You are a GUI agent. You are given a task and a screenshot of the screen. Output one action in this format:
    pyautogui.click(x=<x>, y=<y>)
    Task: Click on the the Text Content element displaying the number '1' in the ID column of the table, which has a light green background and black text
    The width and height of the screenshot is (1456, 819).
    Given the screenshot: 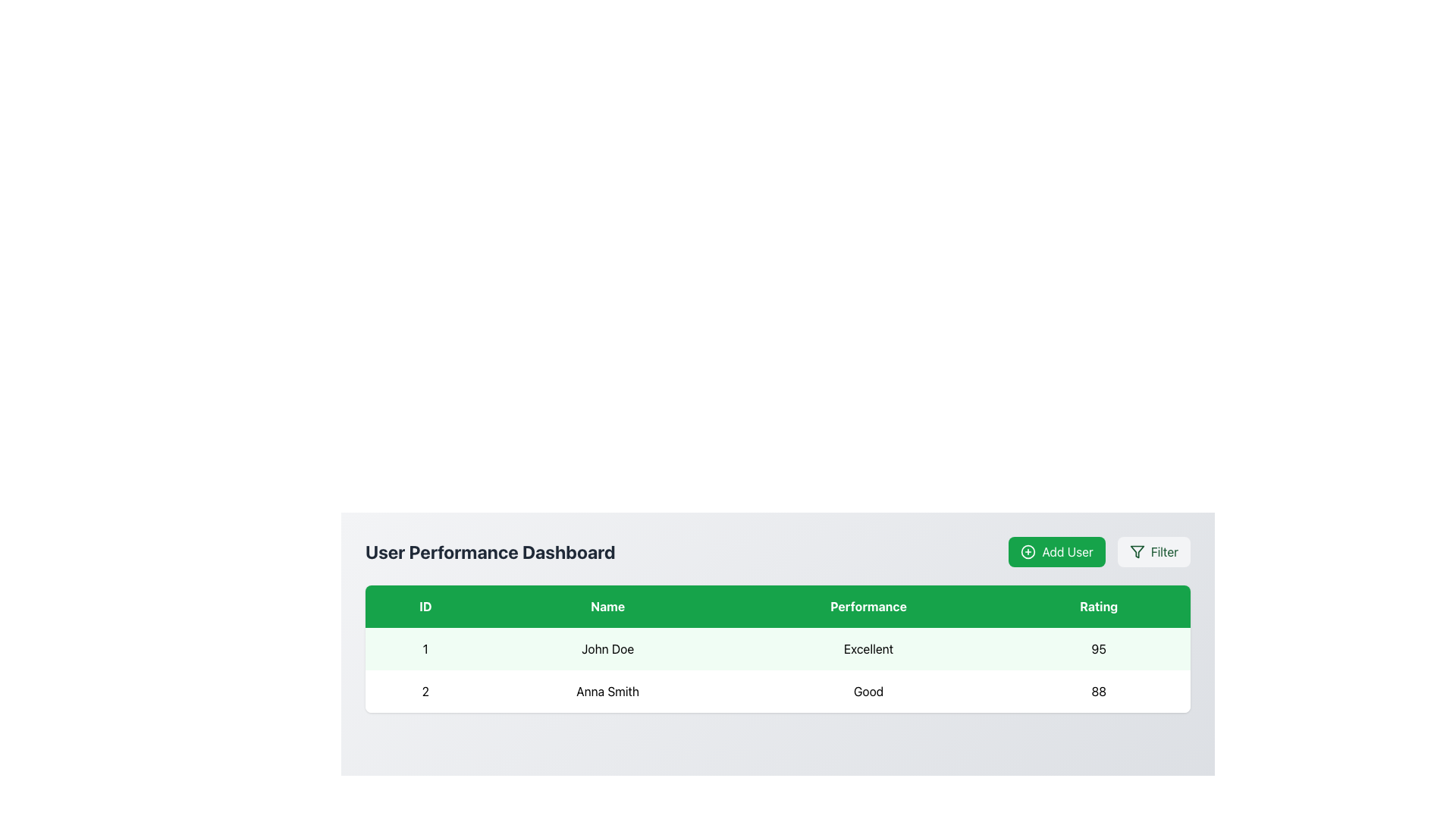 What is the action you would take?
    pyautogui.click(x=425, y=648)
    